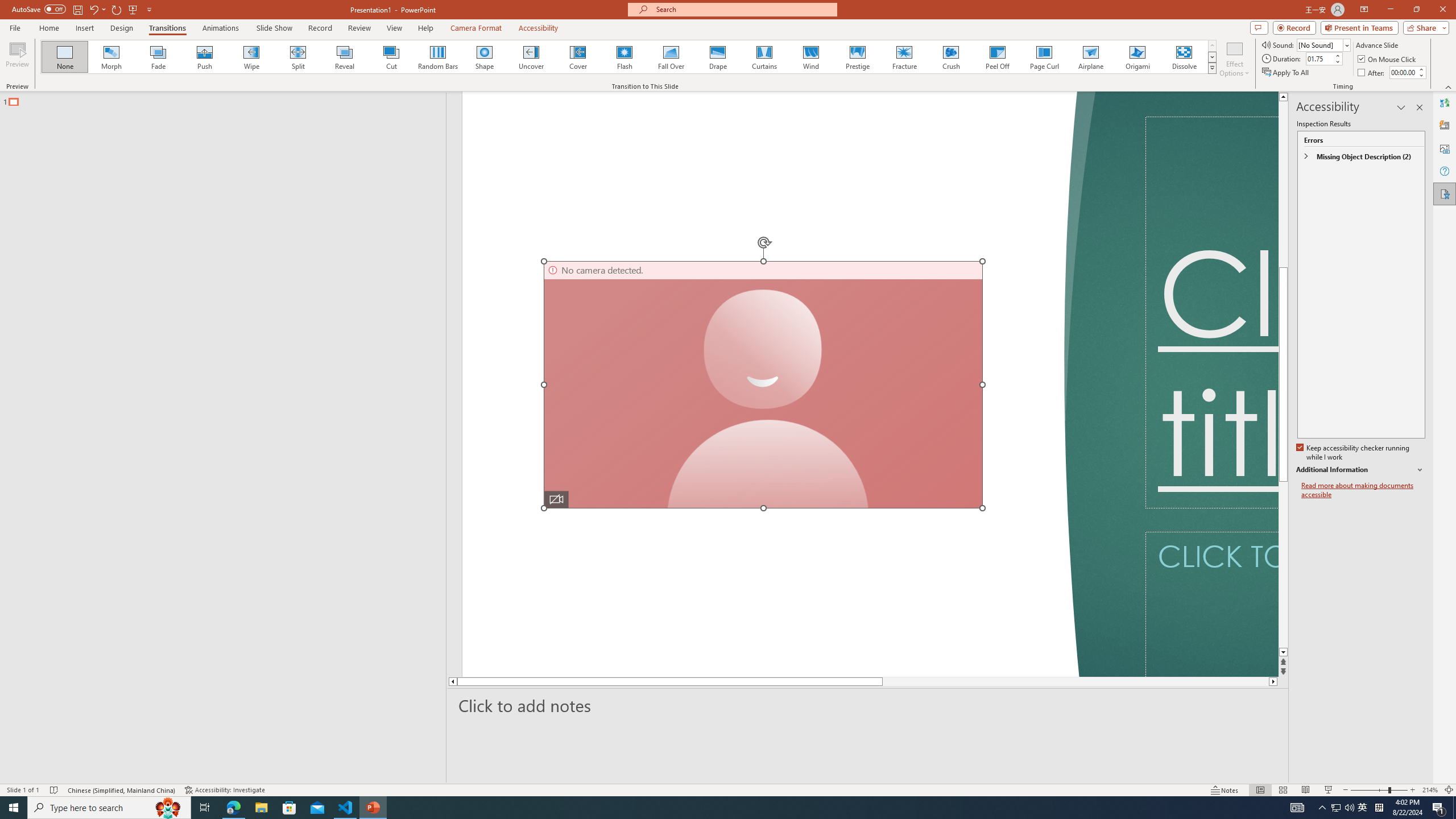 Image resolution: width=1456 pixels, height=819 pixels. What do you see at coordinates (531, 56) in the screenshot?
I see `'Uncover'` at bounding box center [531, 56].